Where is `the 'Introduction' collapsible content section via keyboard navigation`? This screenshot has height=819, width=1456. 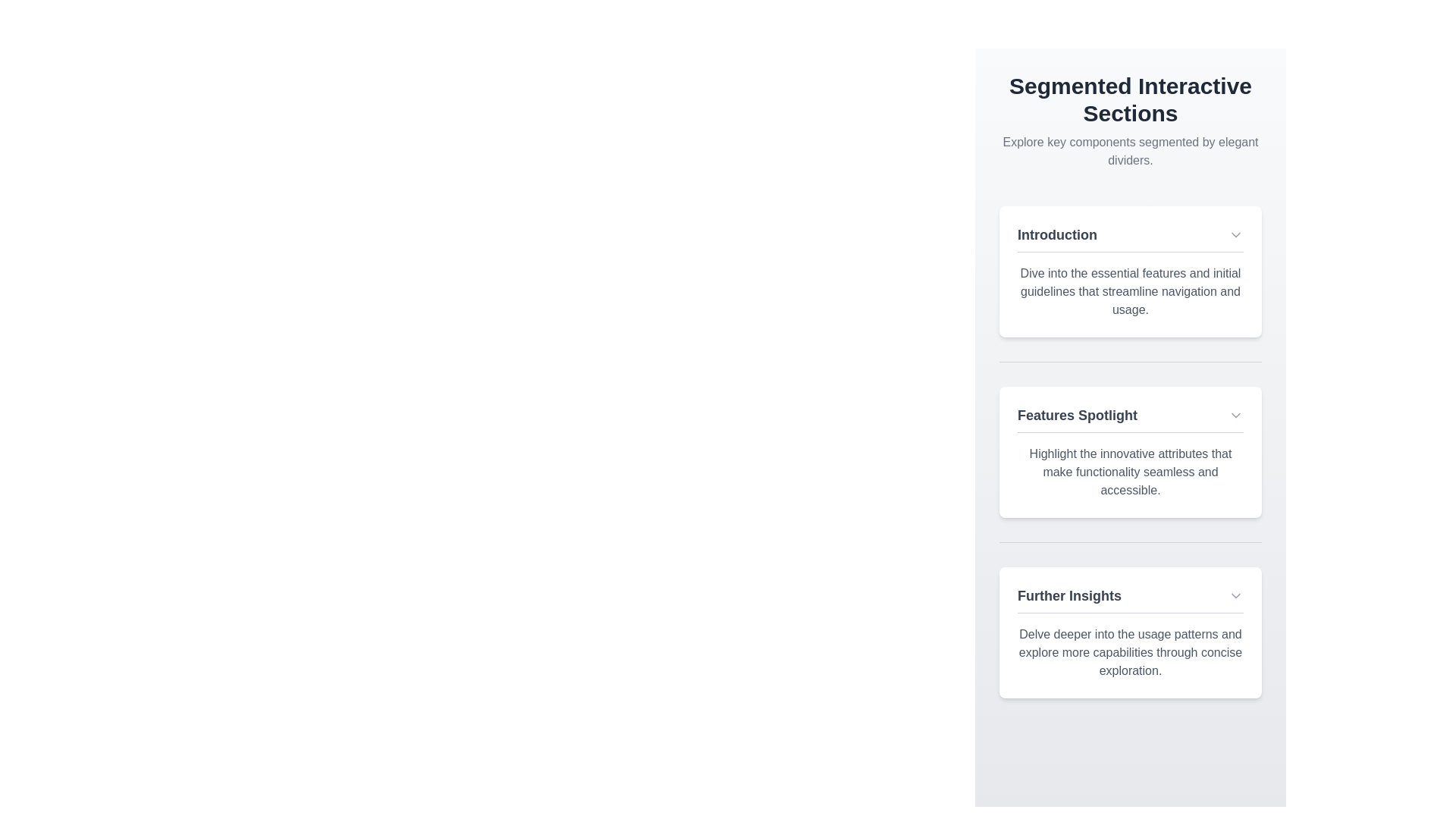 the 'Introduction' collapsible content section via keyboard navigation is located at coordinates (1131, 271).